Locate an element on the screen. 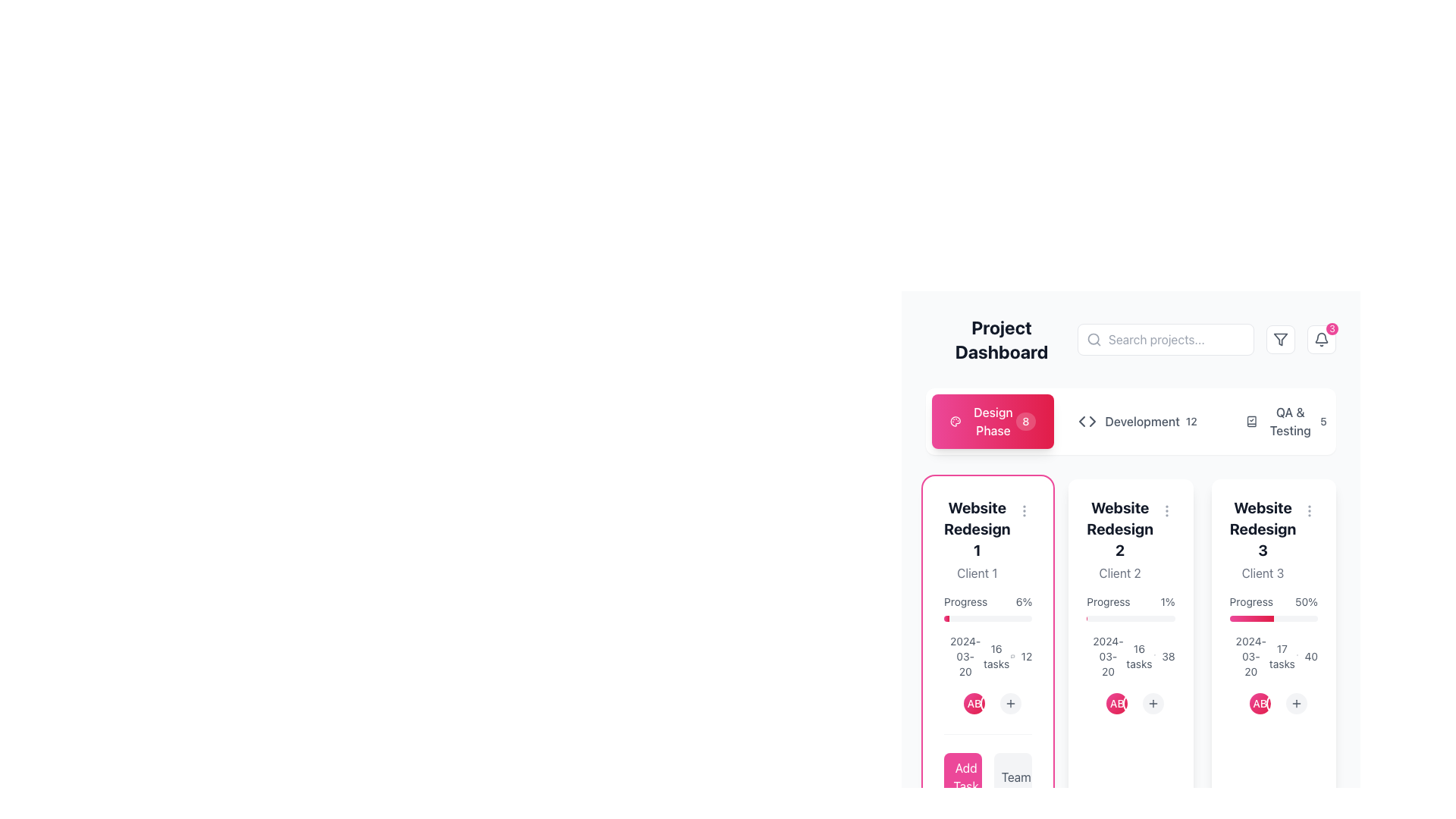 The width and height of the screenshot is (1456, 819). the date '2024-03-20' displayed in the small-sized text label located is located at coordinates (965, 656).